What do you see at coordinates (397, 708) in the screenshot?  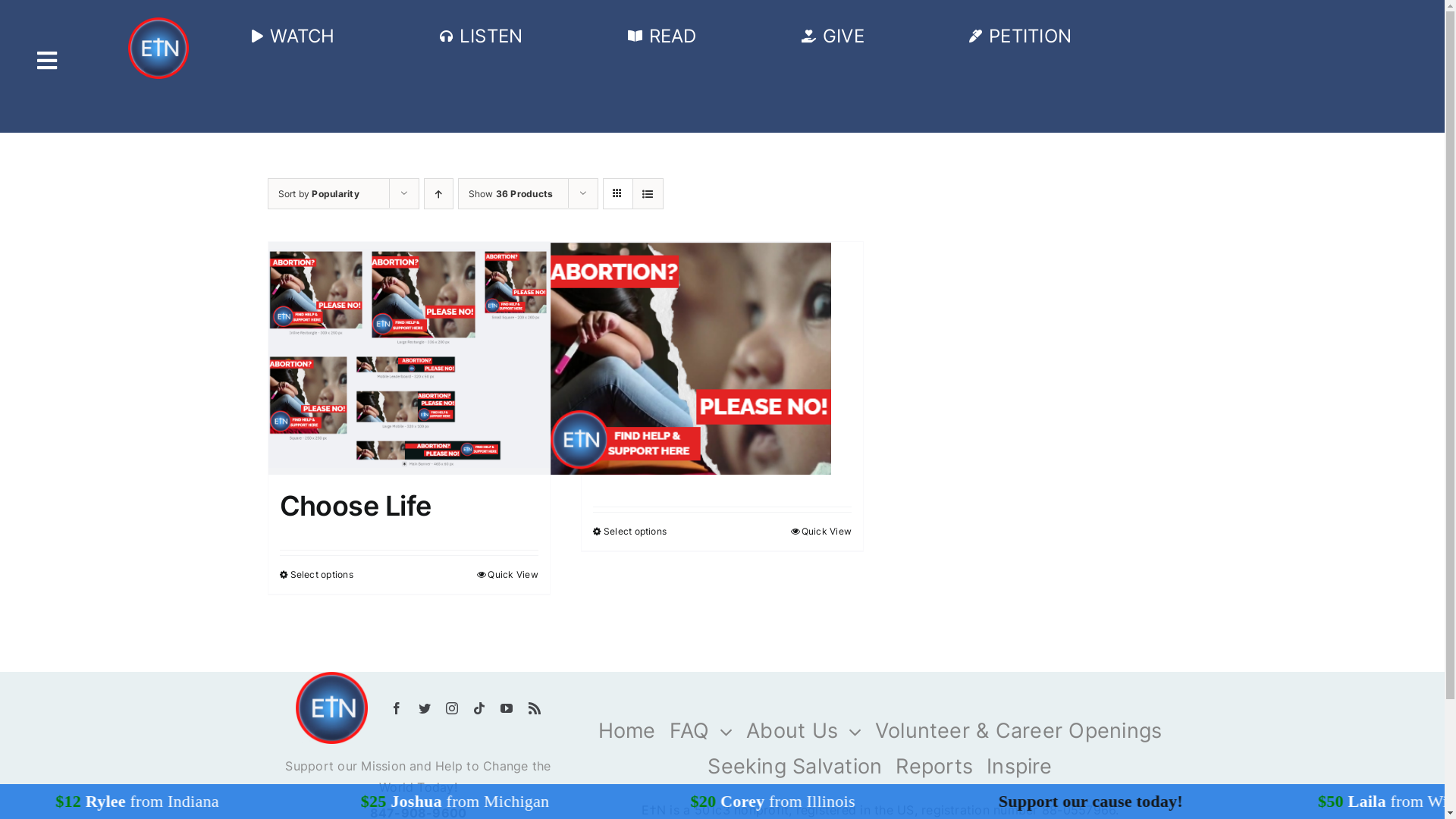 I see `'Facebook'` at bounding box center [397, 708].